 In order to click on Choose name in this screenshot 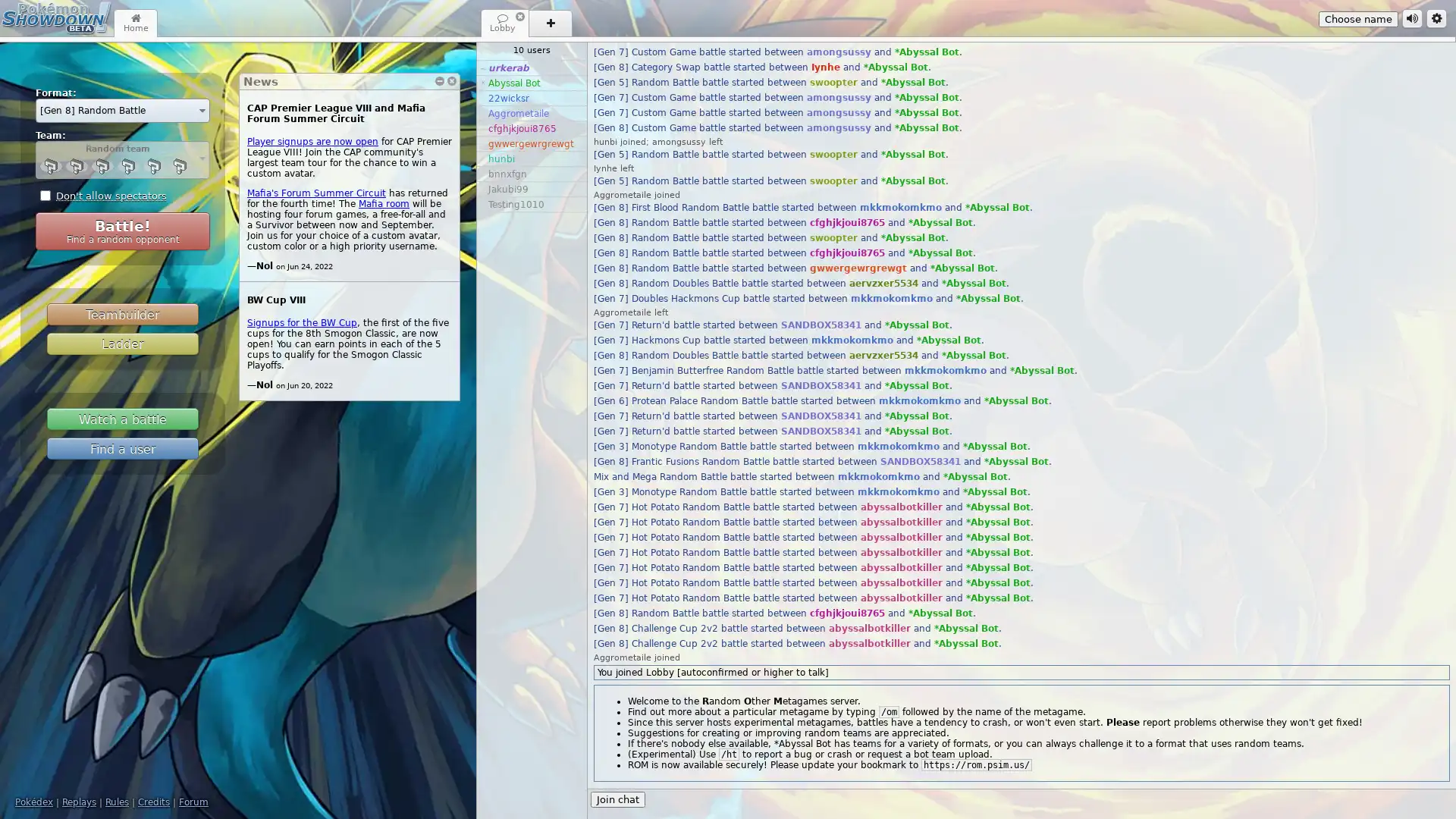, I will do `click(1358, 19)`.